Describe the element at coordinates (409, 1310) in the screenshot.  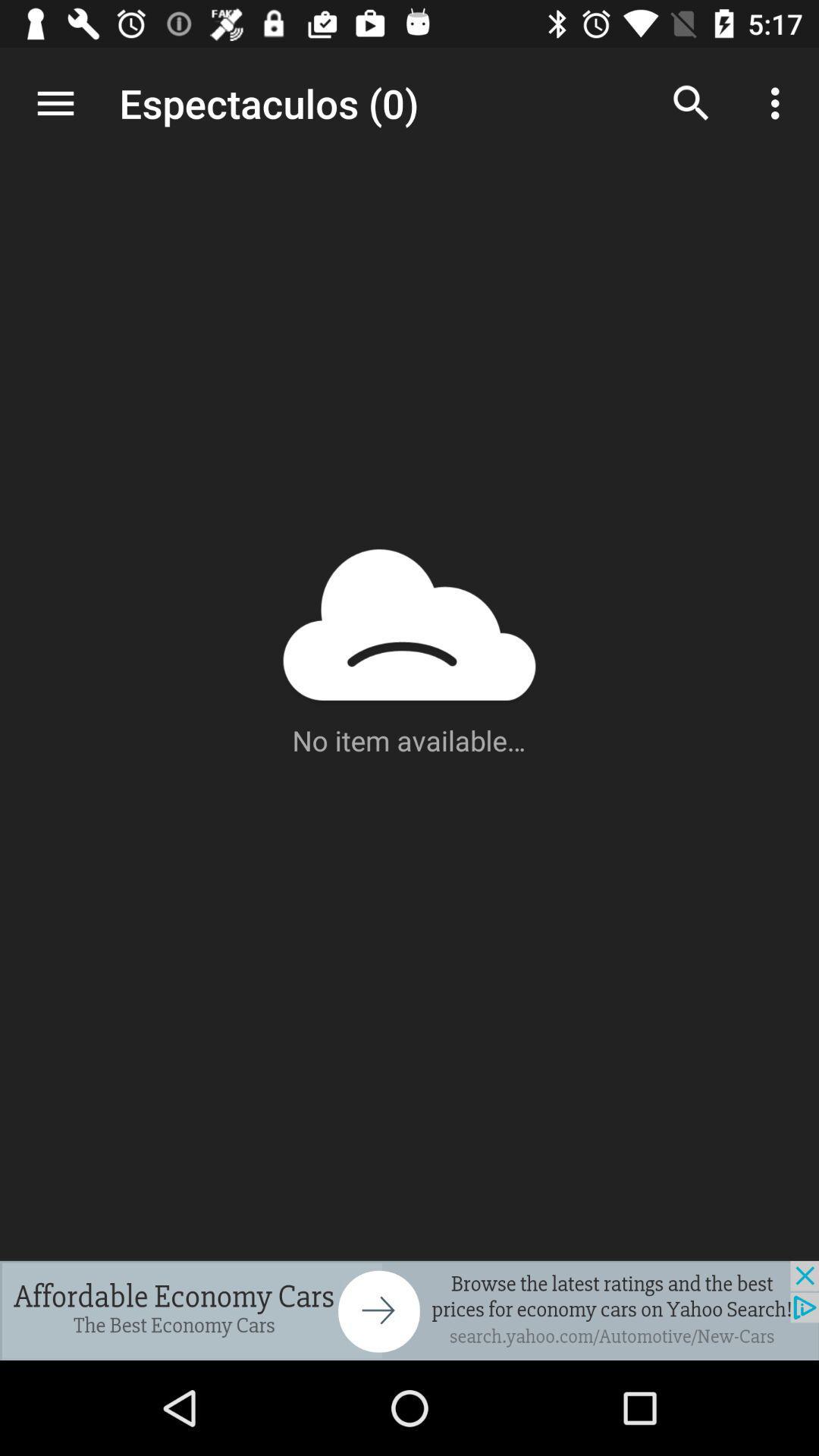
I see `advertisement` at that location.